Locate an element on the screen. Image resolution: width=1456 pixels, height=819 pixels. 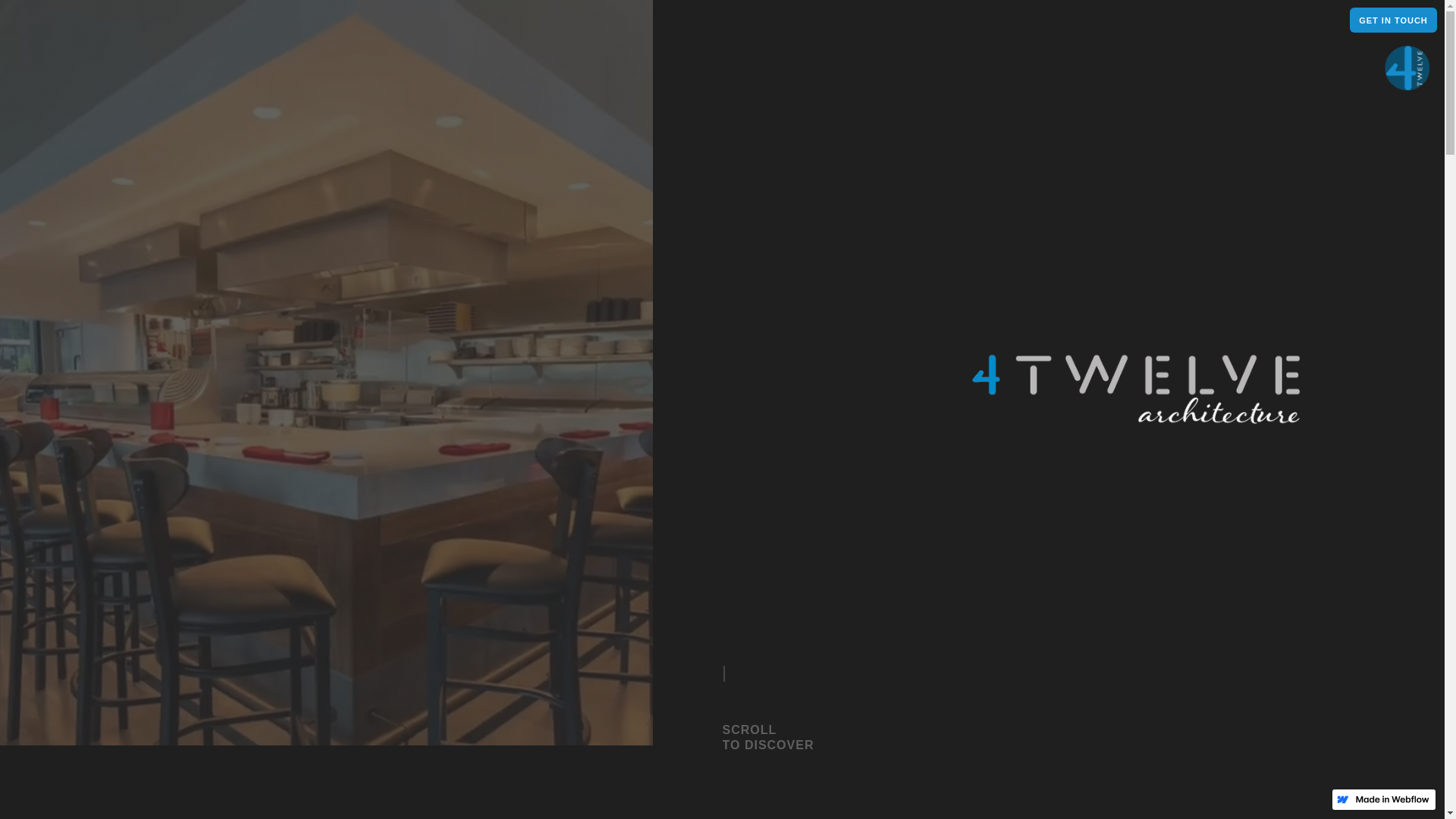
'GET IN TOUCH' is located at coordinates (1350, 20).